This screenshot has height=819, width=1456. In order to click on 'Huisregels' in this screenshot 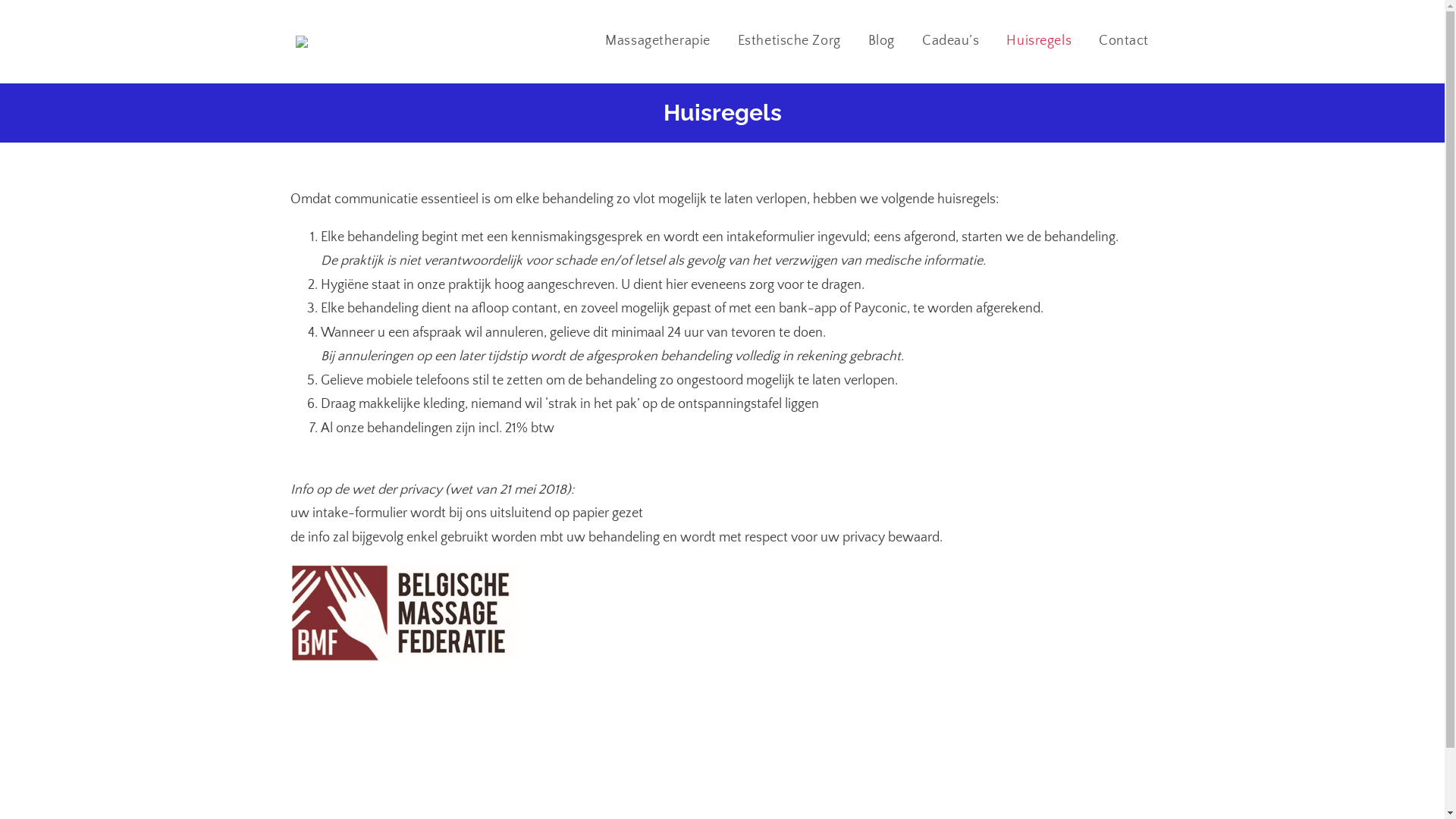, I will do `click(1037, 40)`.